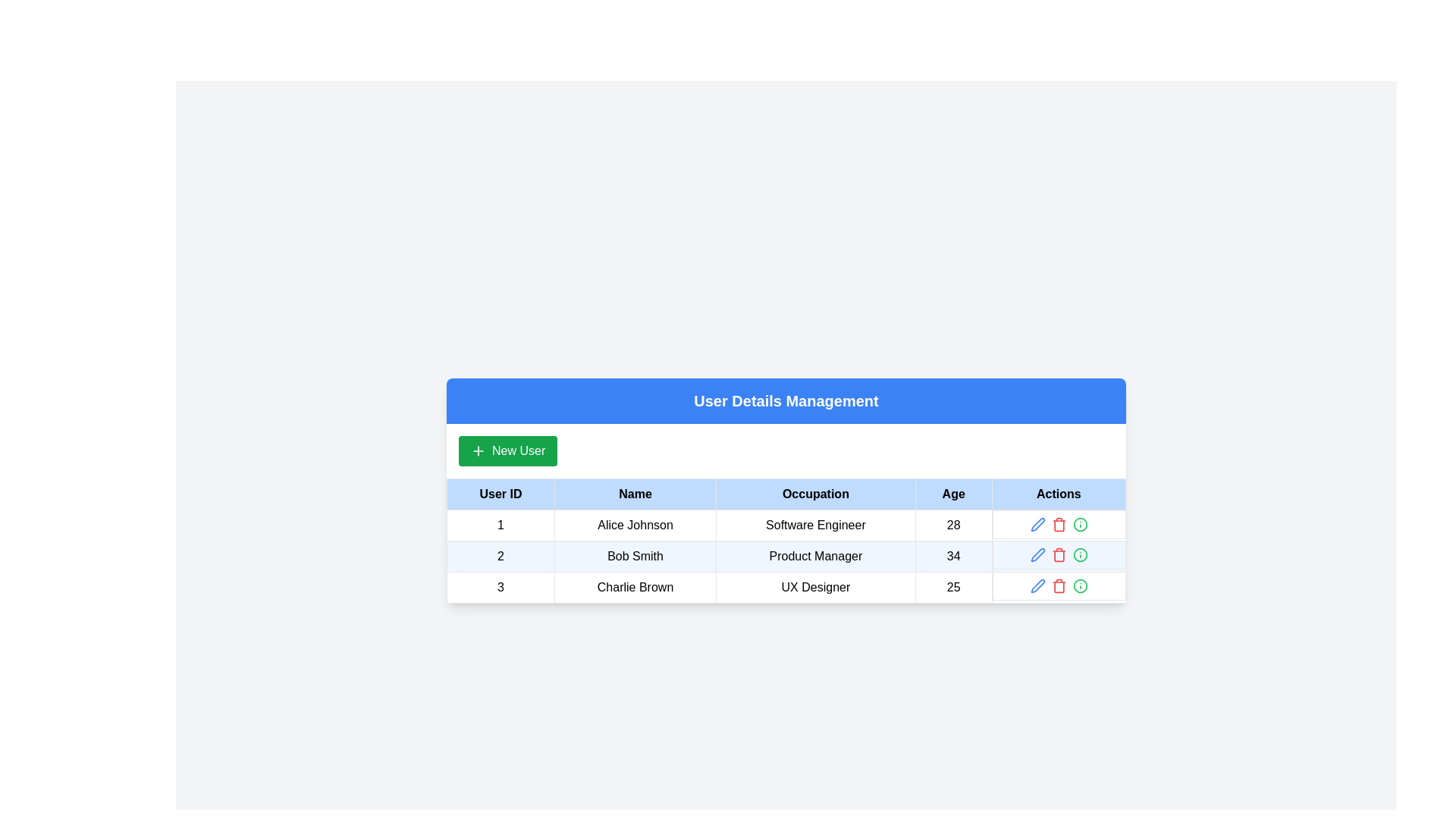 Image resolution: width=1456 pixels, height=819 pixels. What do you see at coordinates (500, 586) in the screenshot?
I see `the Text Label that identifies user 'Charlie Brown' in the 'User ID' column of the table` at bounding box center [500, 586].